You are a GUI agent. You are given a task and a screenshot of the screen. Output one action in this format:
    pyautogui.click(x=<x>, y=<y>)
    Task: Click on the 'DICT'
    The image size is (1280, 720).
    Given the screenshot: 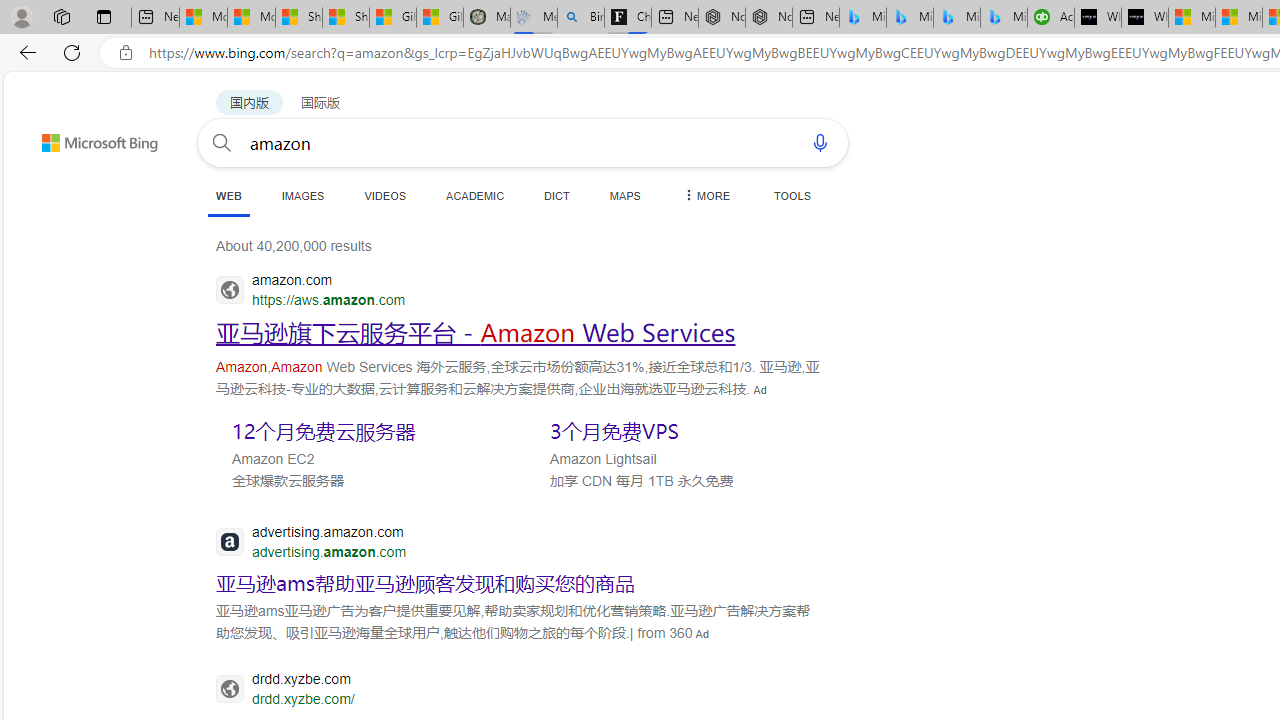 What is the action you would take?
    pyautogui.click(x=557, y=195)
    